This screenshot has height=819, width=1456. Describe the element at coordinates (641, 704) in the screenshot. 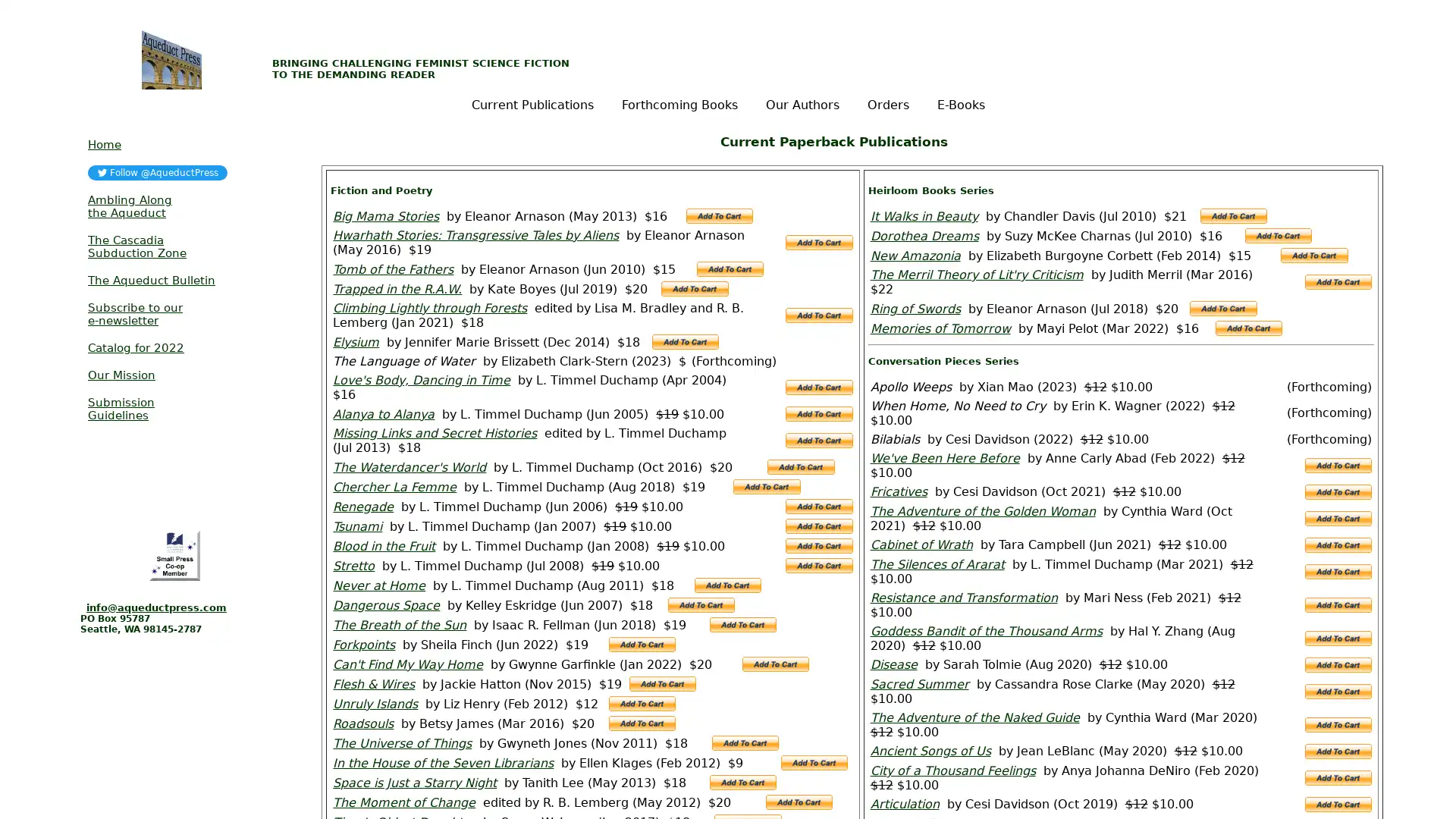

I see `Make payments with PayPal - it\'s fast, free and secure!` at that location.